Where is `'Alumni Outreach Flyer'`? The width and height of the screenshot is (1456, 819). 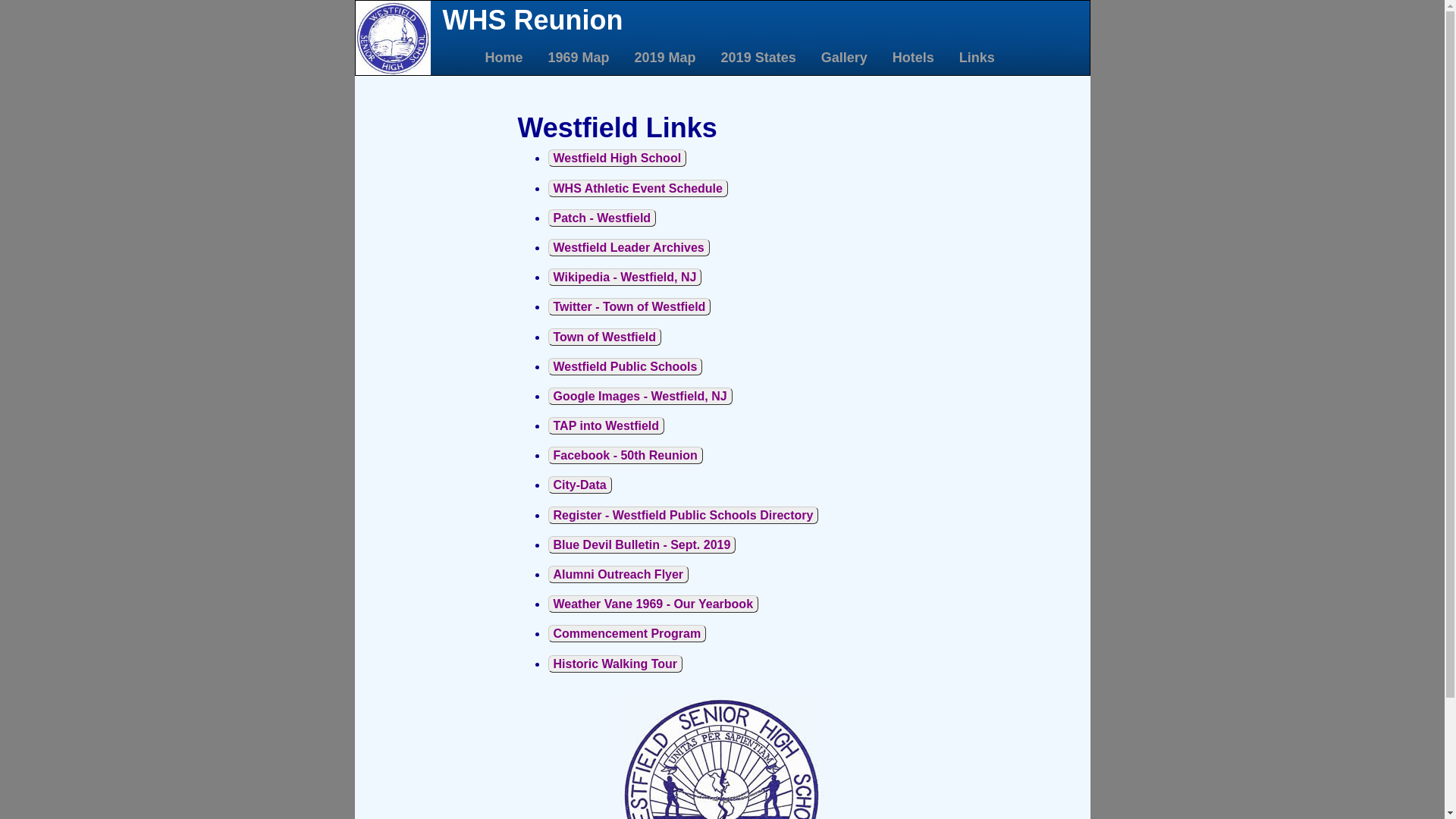 'Alumni Outreach Flyer' is located at coordinates (618, 574).